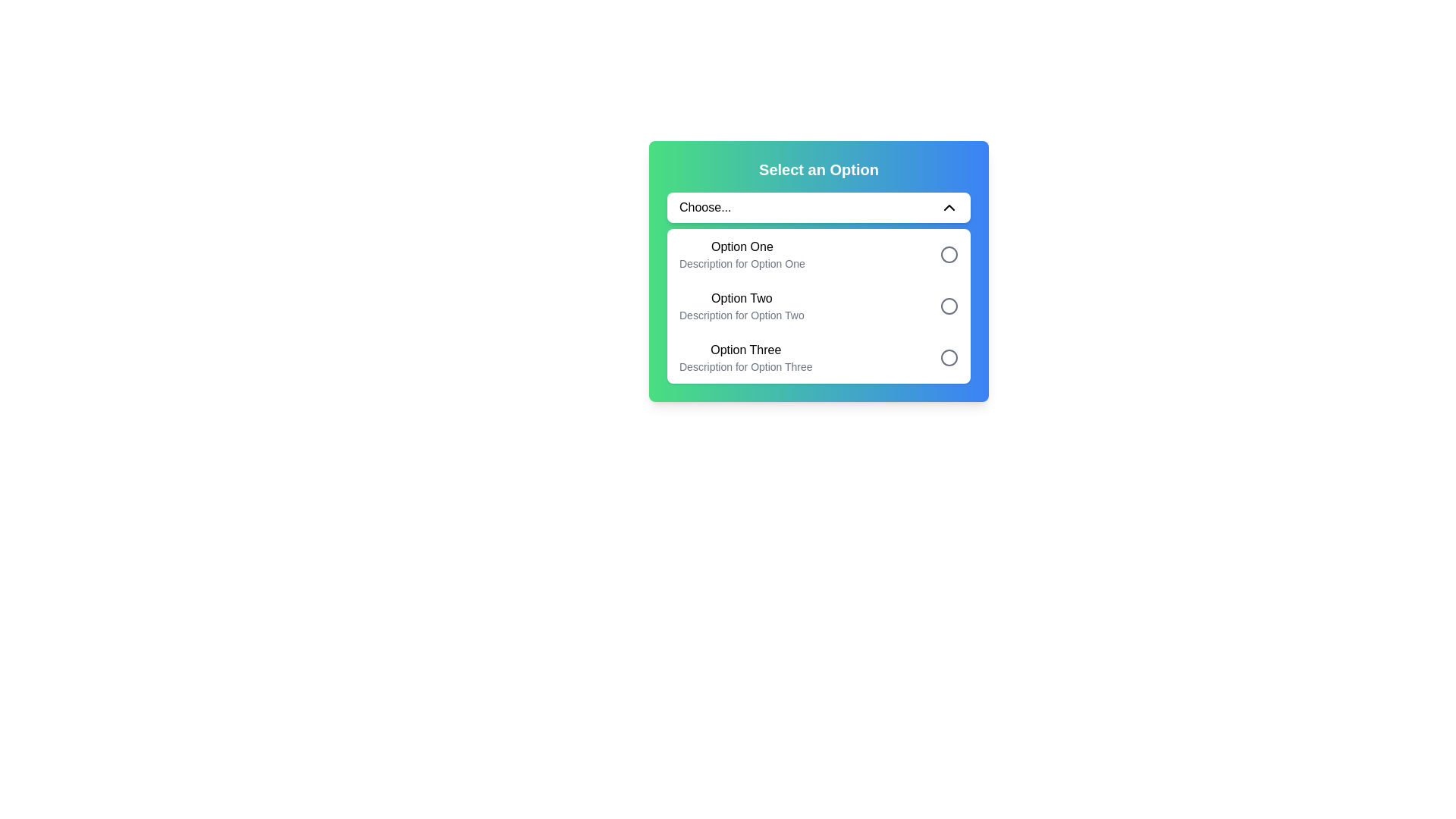  I want to click on the supplementary text label for 'Option Three' in the dropdown menu, which is located below the 'Option Three' title, so click(745, 366).